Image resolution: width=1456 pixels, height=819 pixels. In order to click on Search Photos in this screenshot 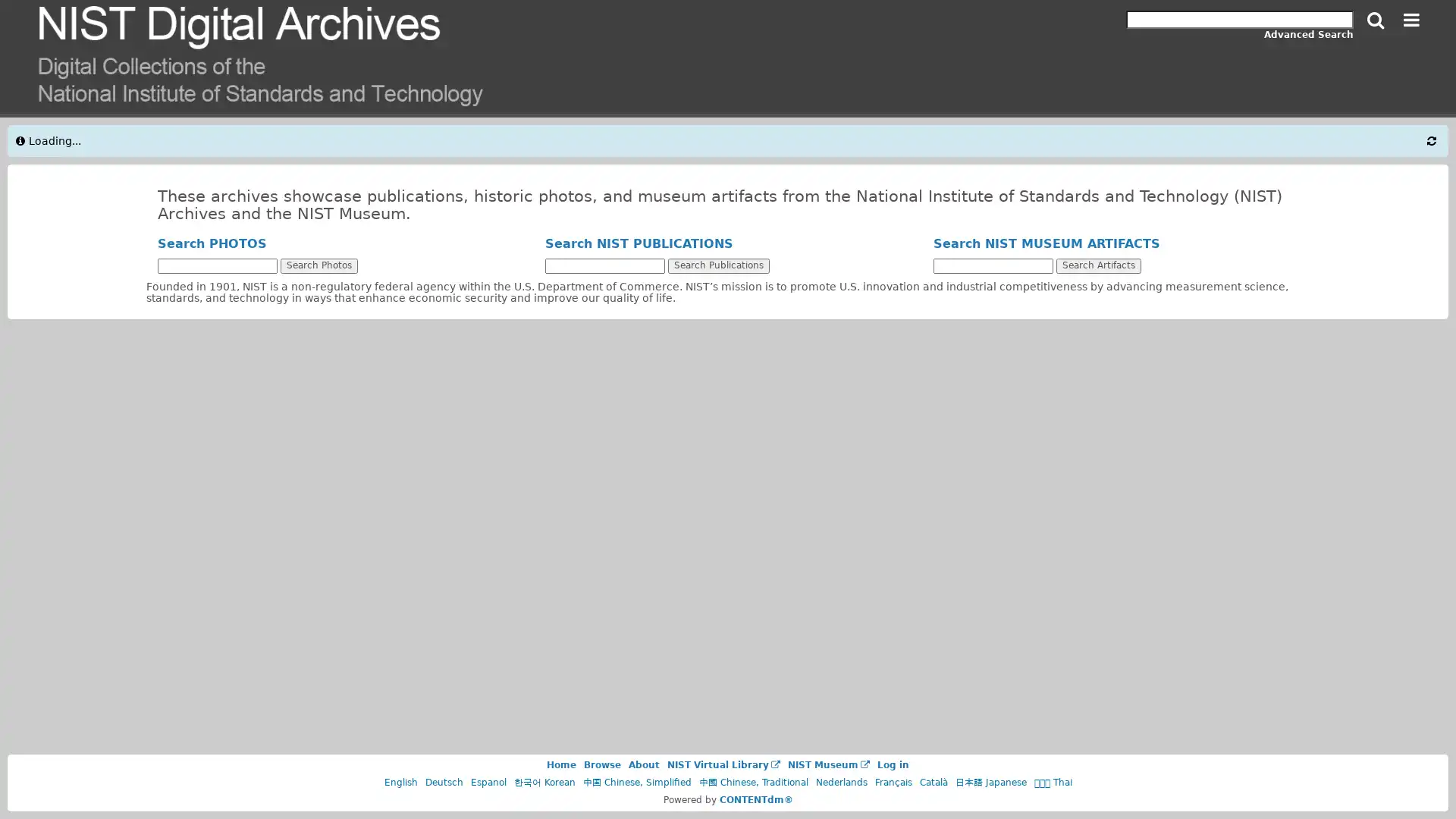, I will do `click(318, 225)`.